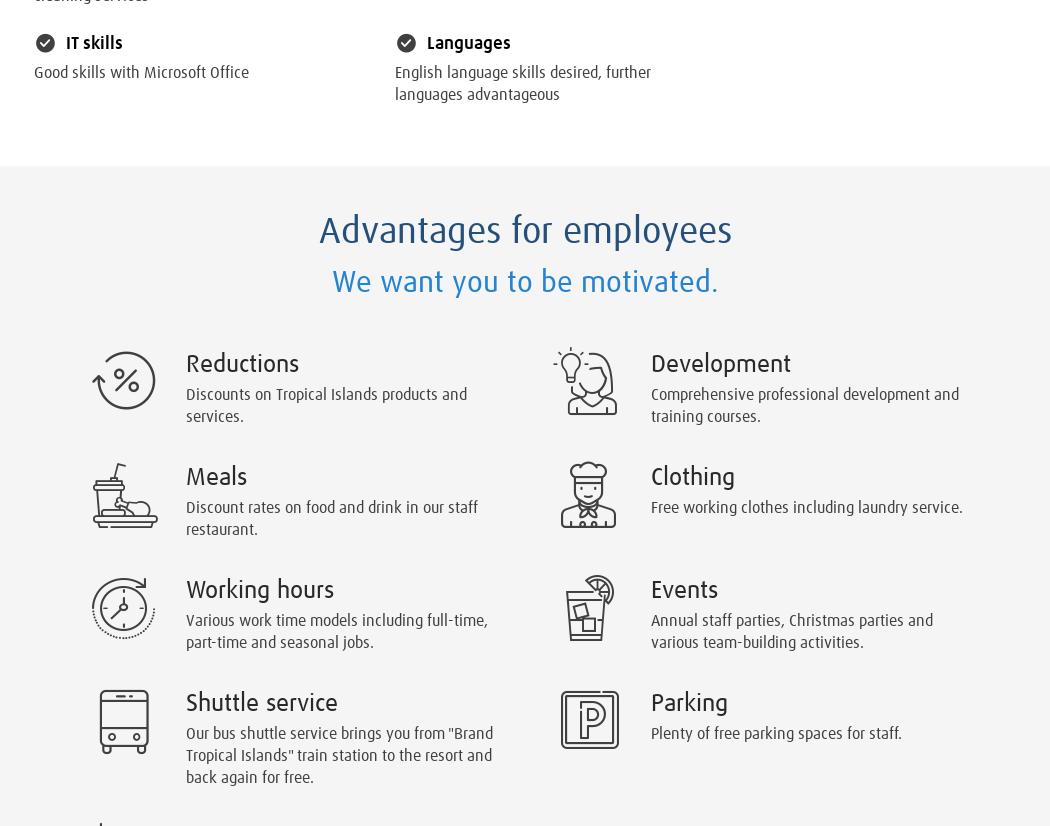 The image size is (1050, 826). Describe the element at coordinates (242, 364) in the screenshot. I see `'Reductions'` at that location.